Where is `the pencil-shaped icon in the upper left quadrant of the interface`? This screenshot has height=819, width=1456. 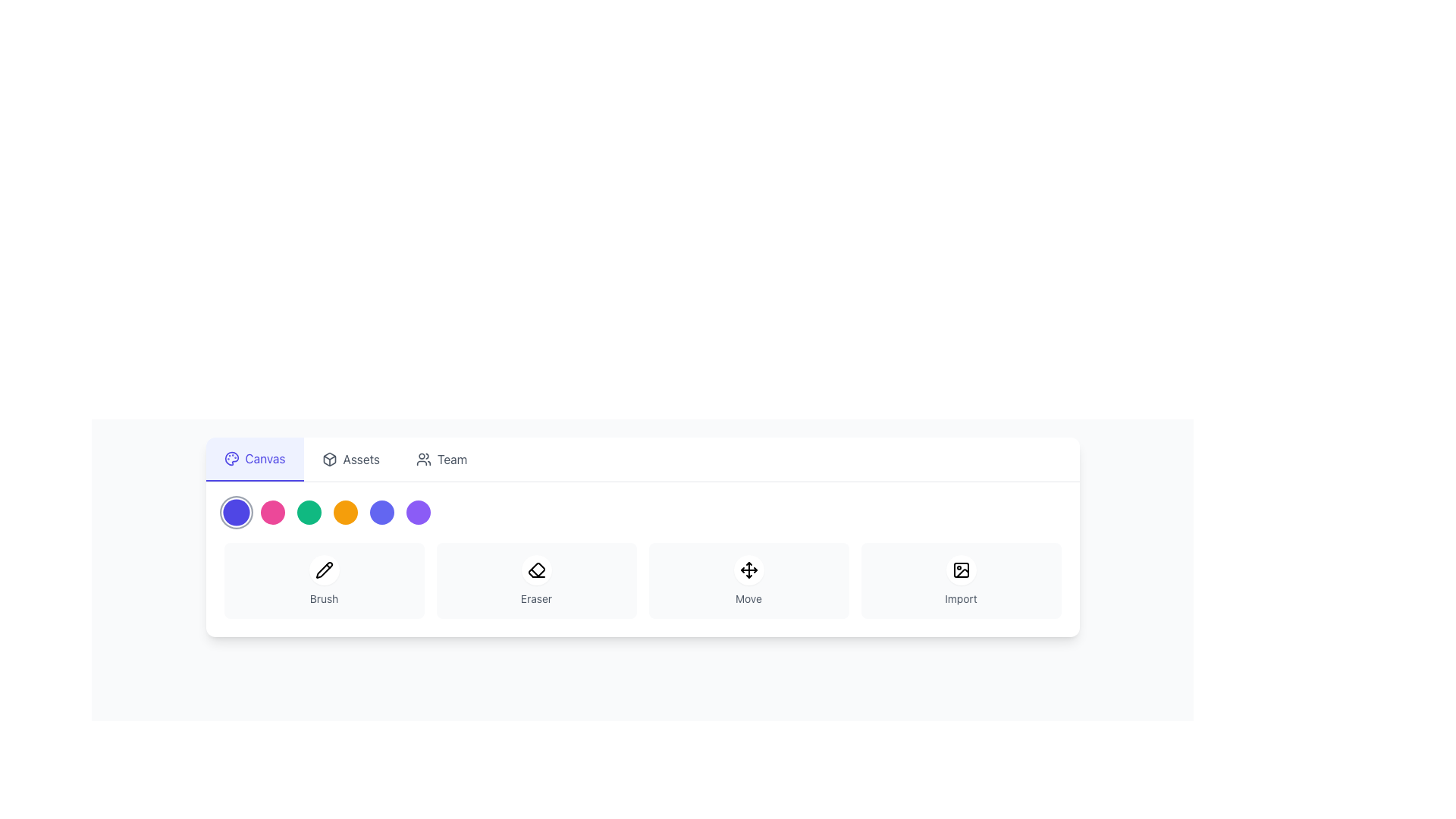
the pencil-shaped icon in the upper left quadrant of the interface is located at coordinates (323, 570).